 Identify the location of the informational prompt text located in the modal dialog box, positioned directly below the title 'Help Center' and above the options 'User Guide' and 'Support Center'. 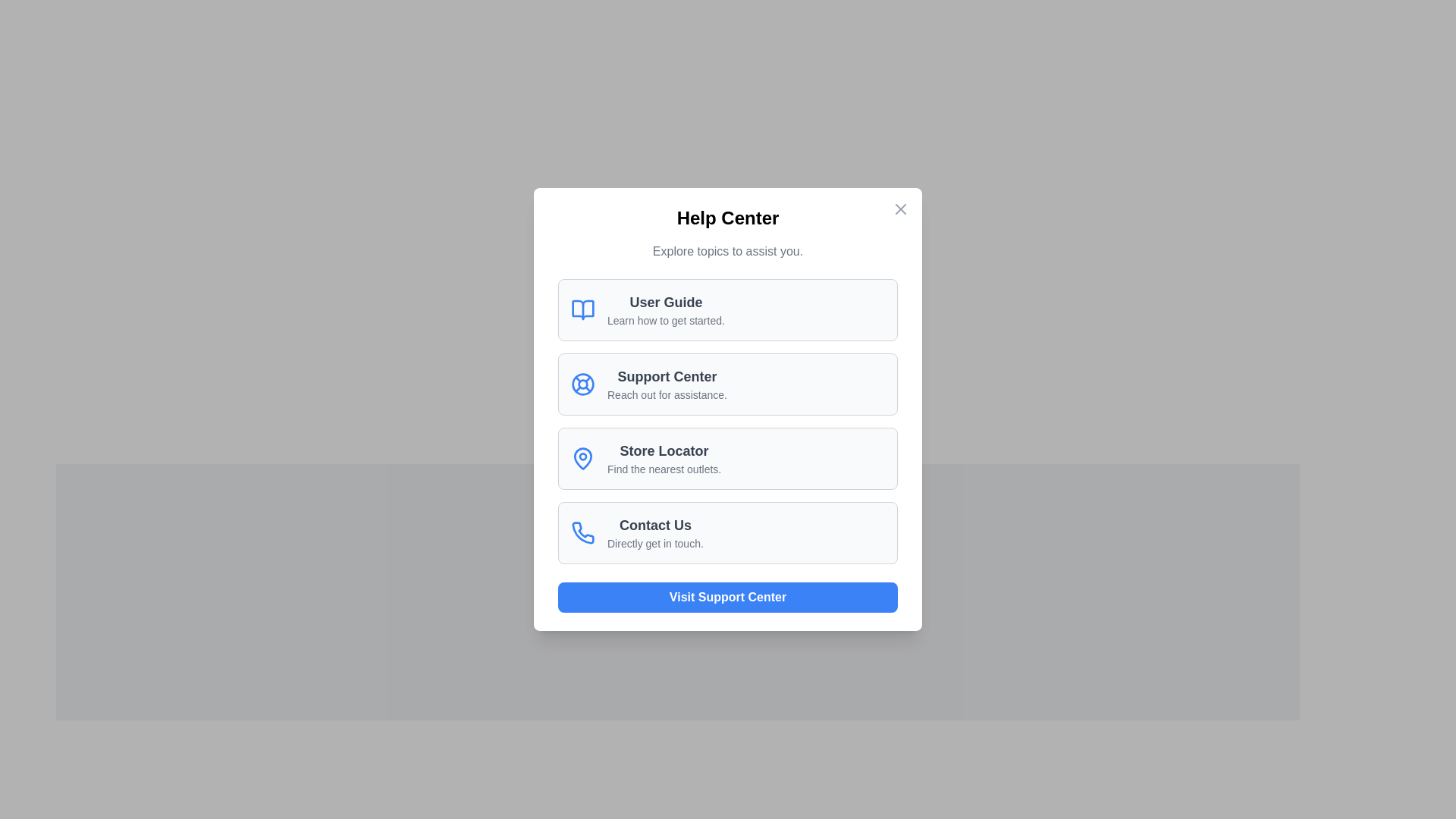
(728, 250).